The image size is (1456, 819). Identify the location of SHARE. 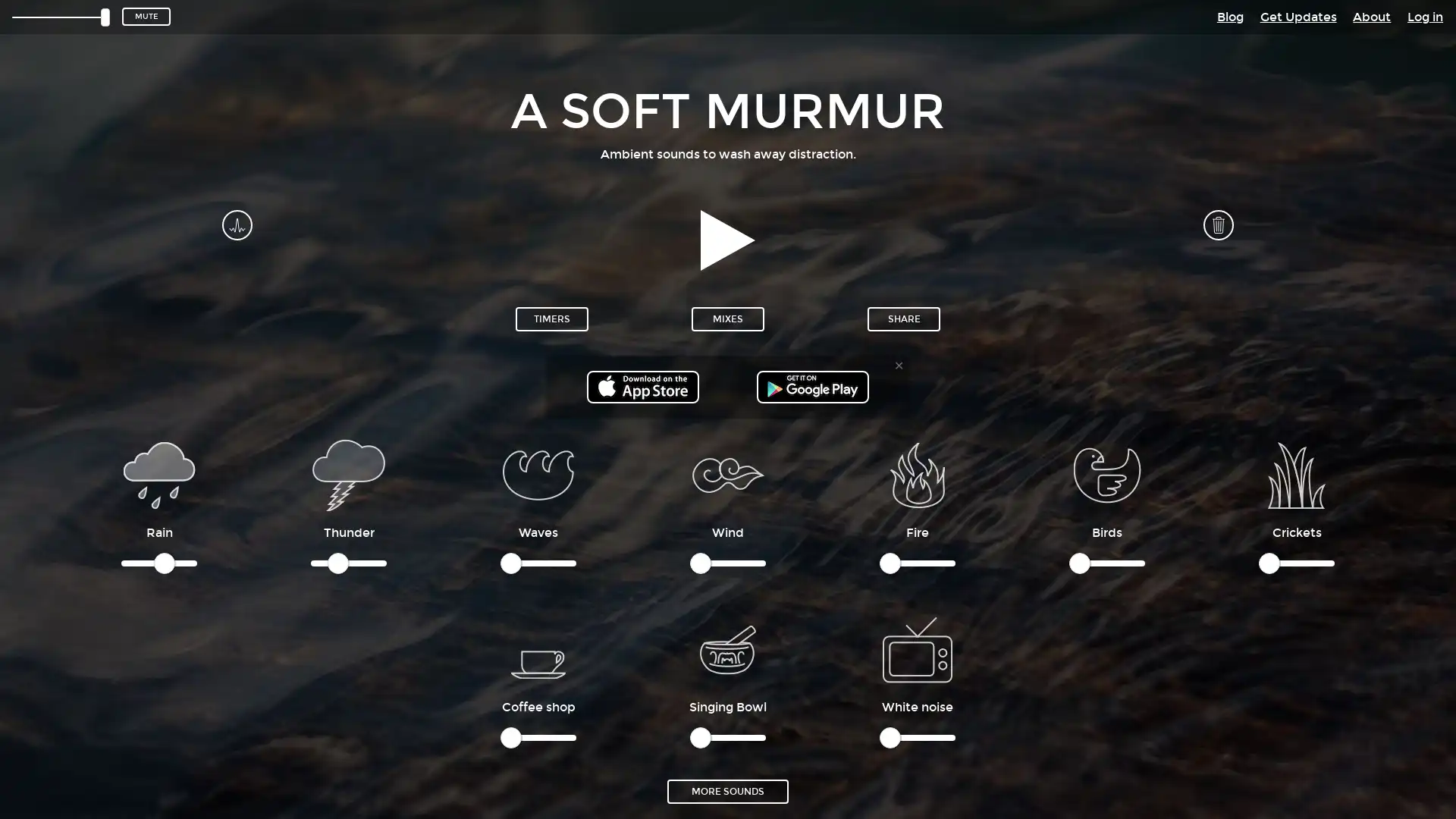
(903, 318).